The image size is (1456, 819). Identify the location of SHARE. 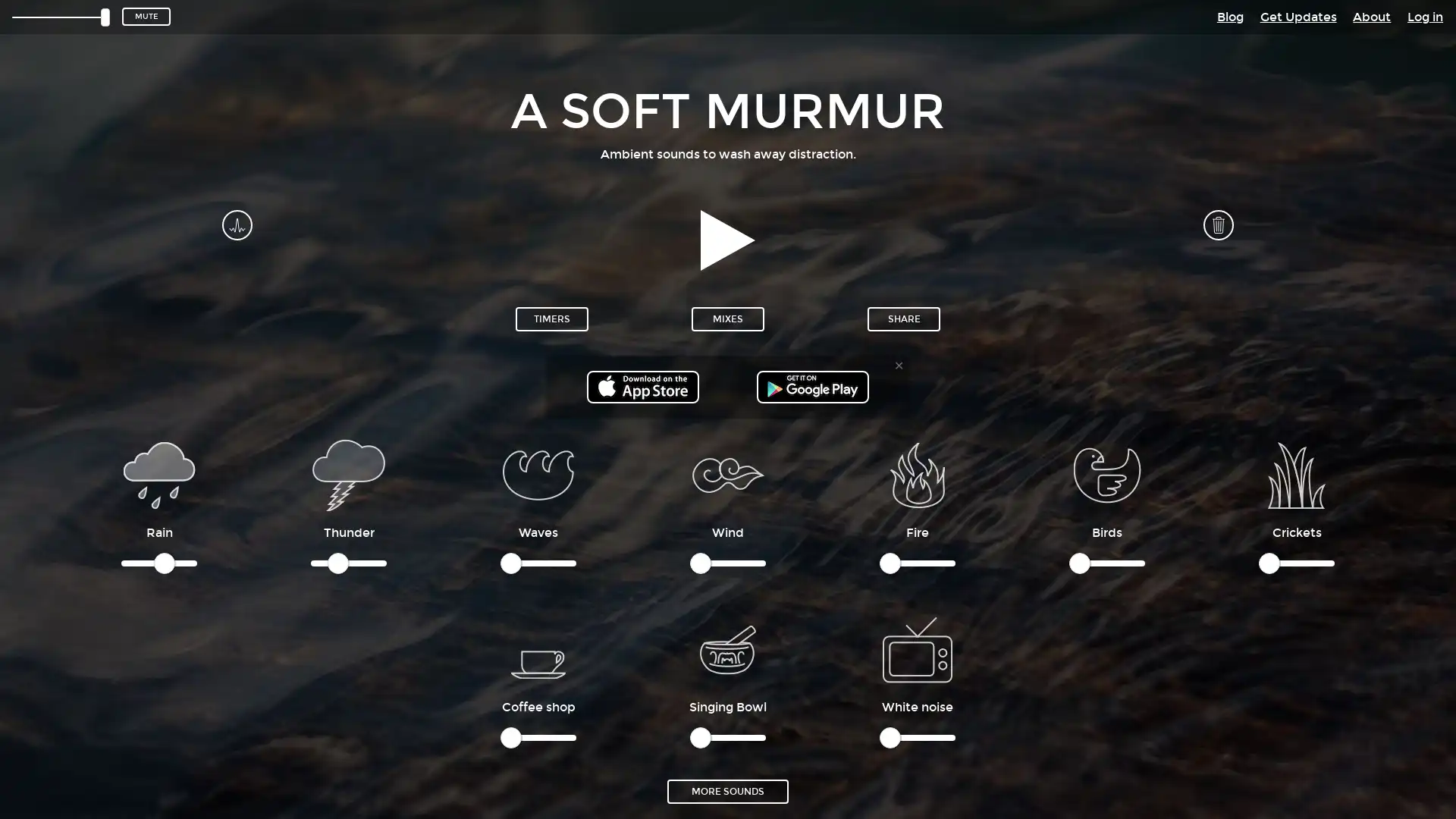
(903, 318).